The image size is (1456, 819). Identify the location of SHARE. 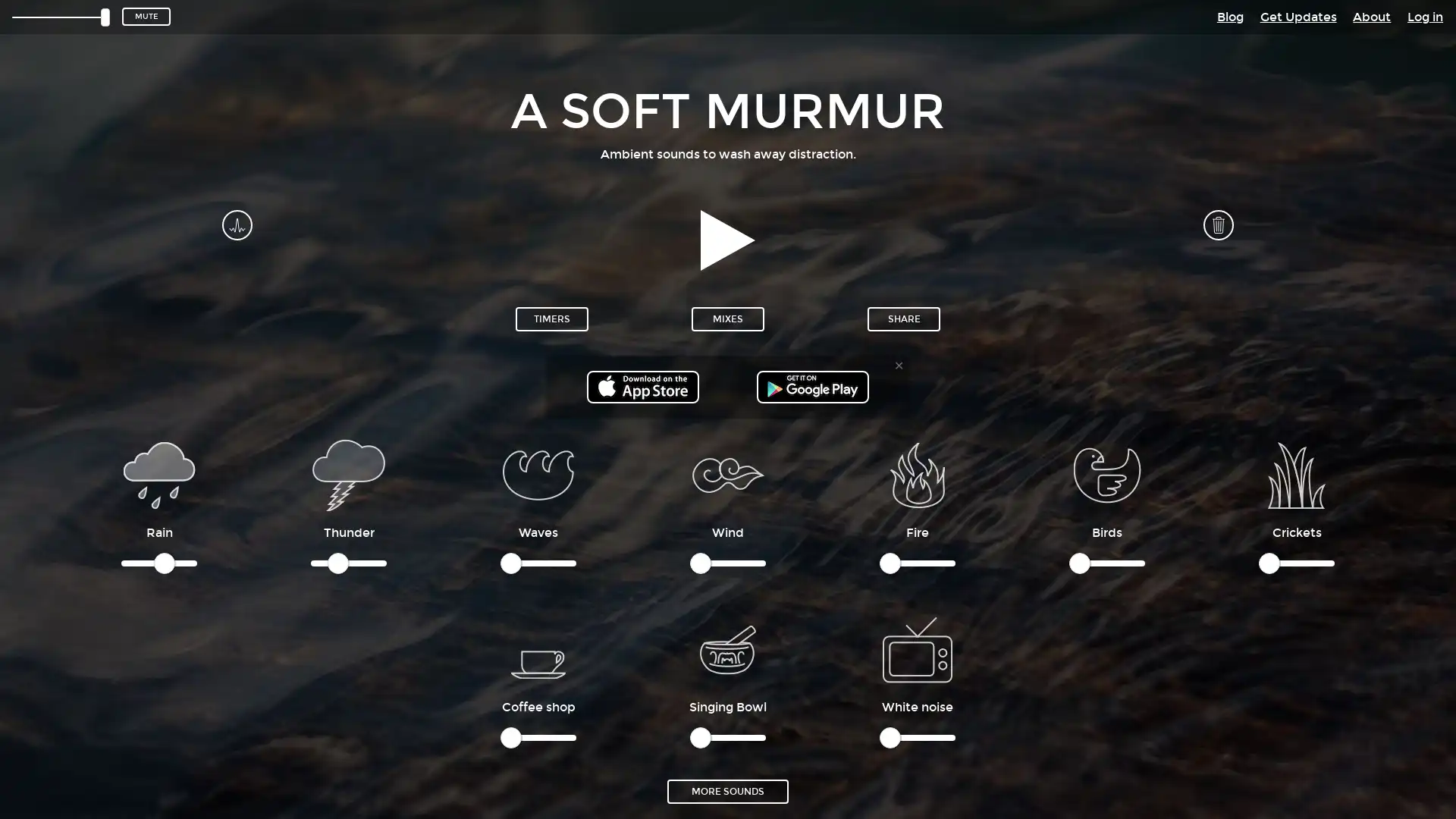
(903, 318).